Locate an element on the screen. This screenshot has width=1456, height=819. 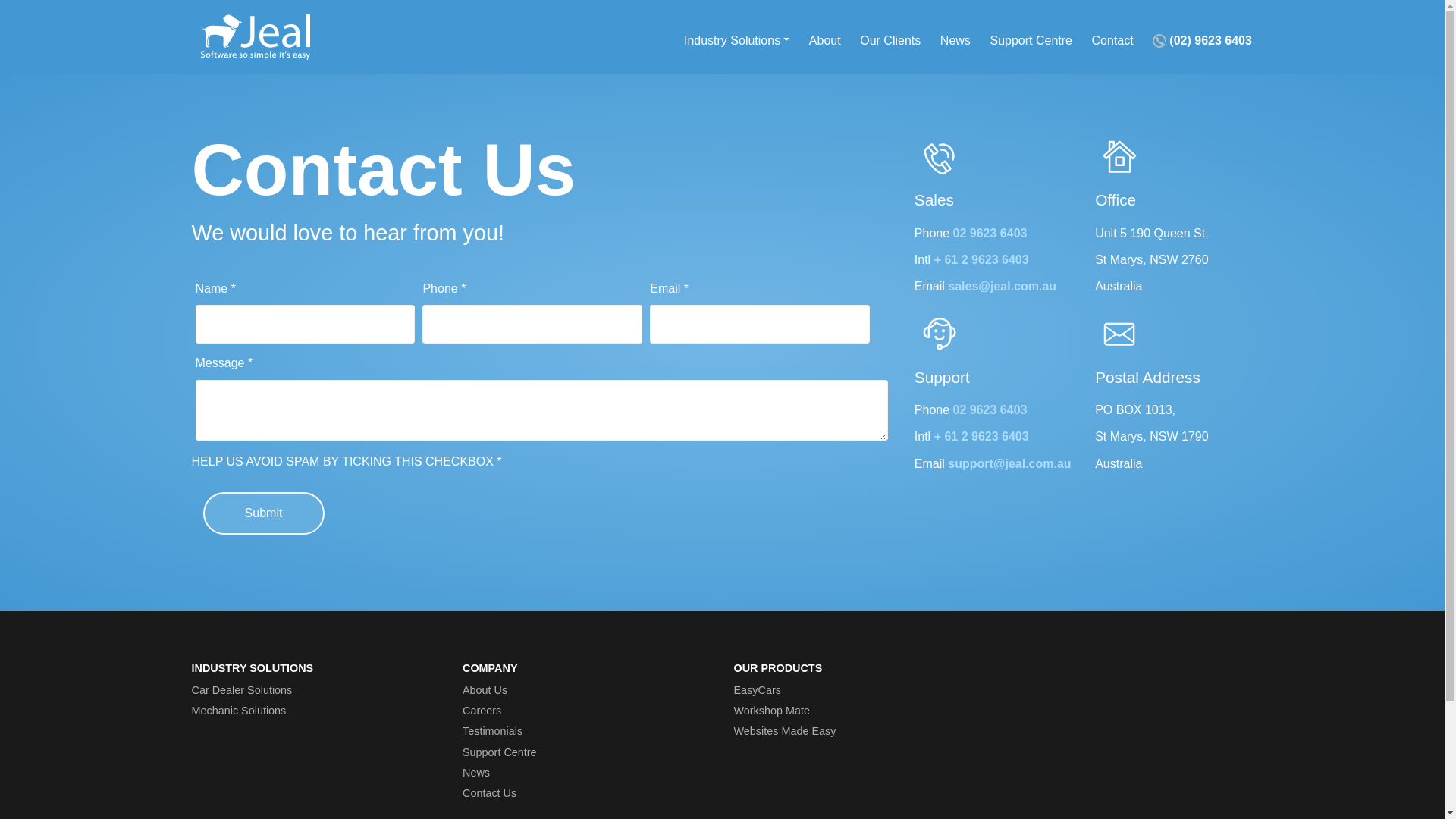
'Contact' is located at coordinates (1112, 39).